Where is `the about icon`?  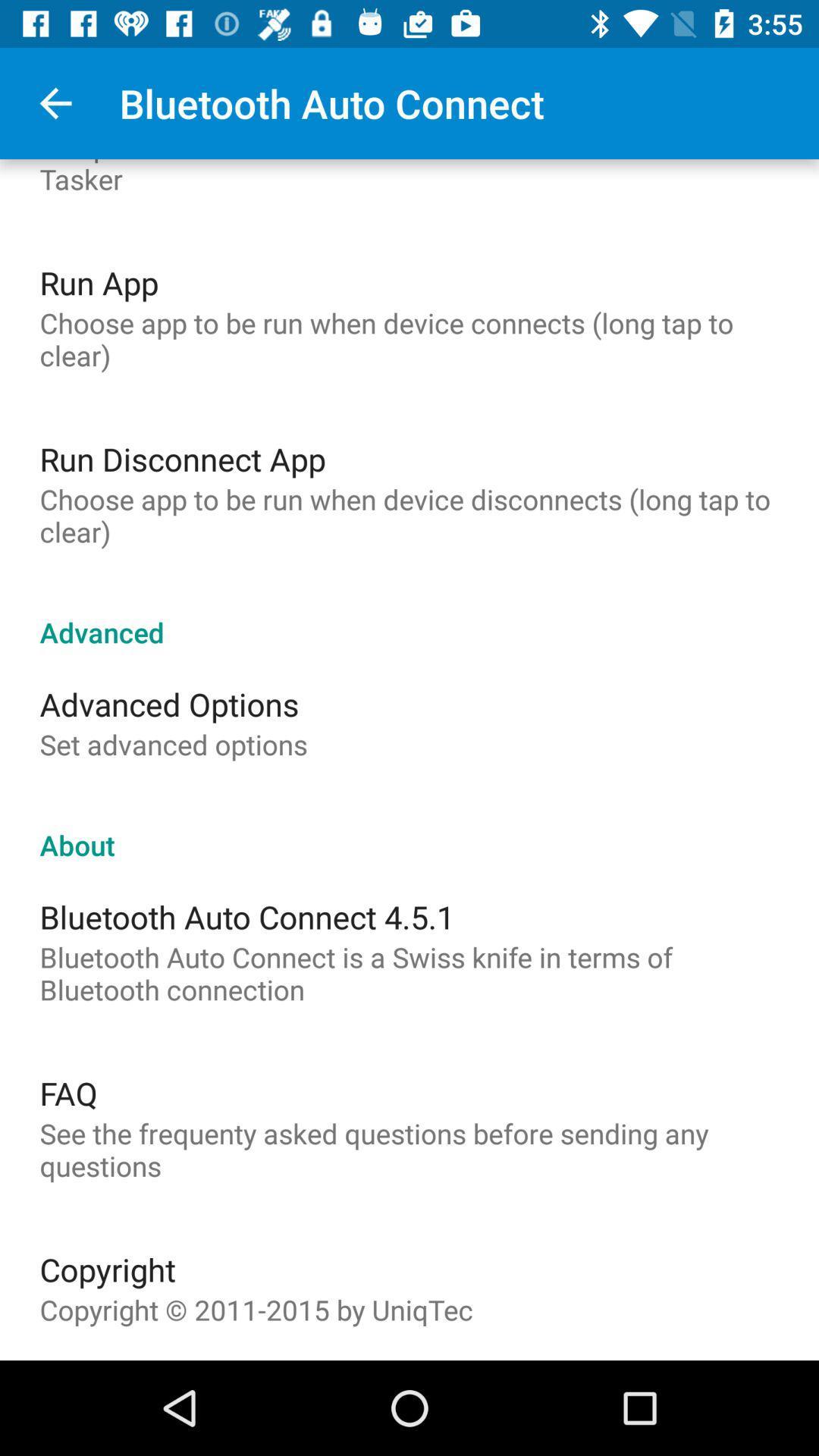
the about icon is located at coordinates (409, 828).